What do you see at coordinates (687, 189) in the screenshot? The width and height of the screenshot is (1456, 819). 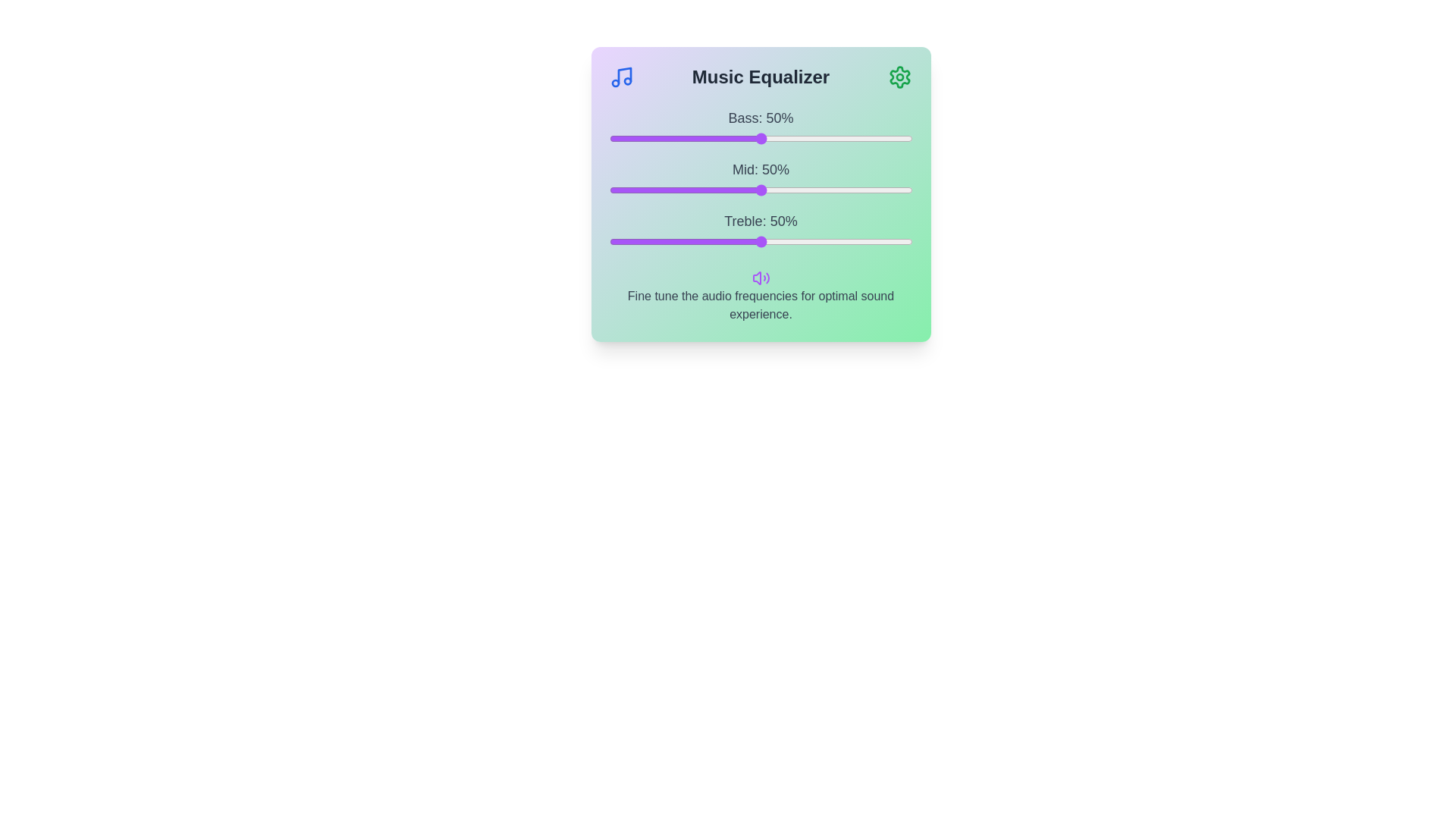 I see `the mid frequency slider to 26%` at bounding box center [687, 189].